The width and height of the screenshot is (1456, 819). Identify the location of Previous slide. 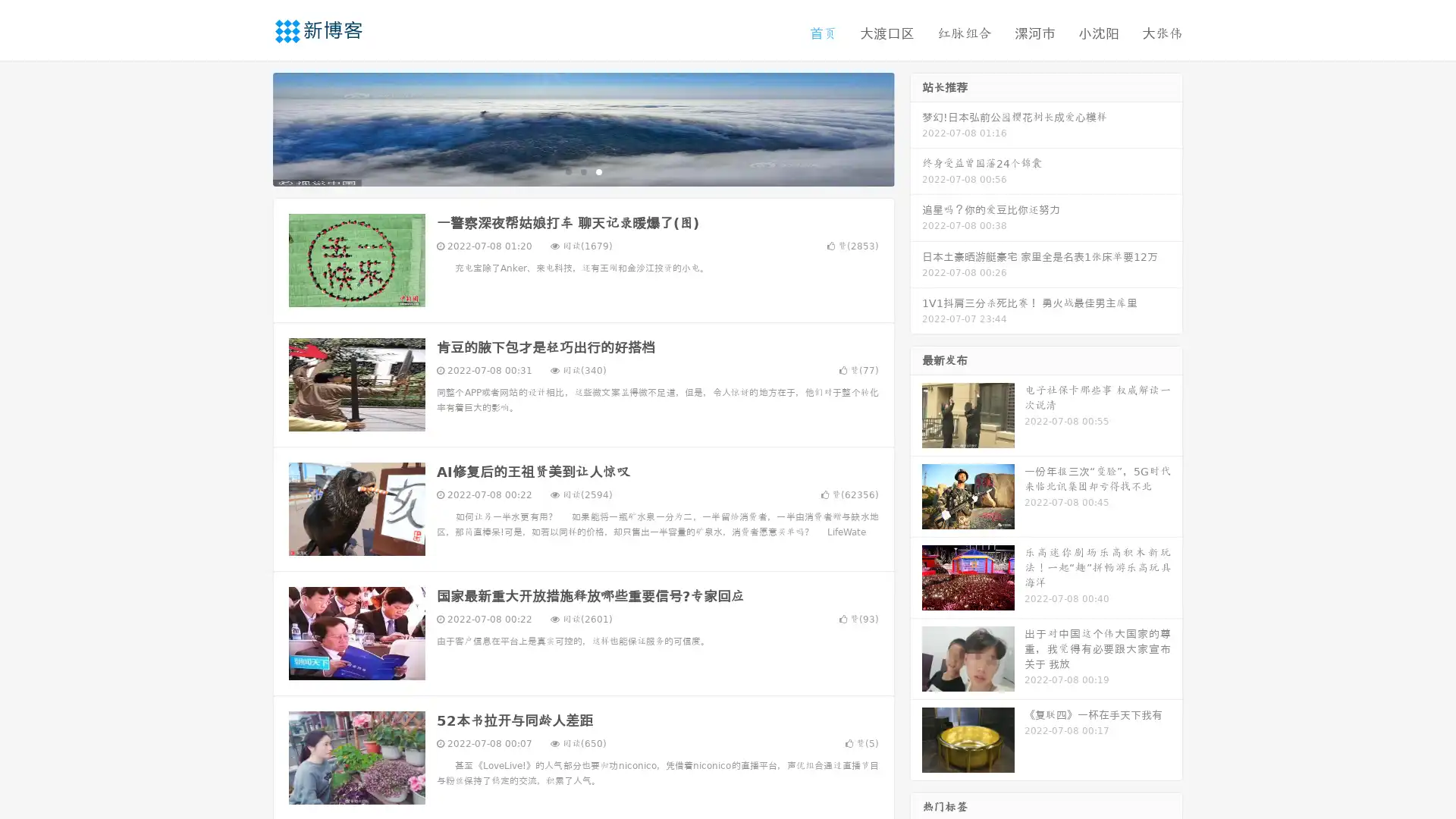
(250, 127).